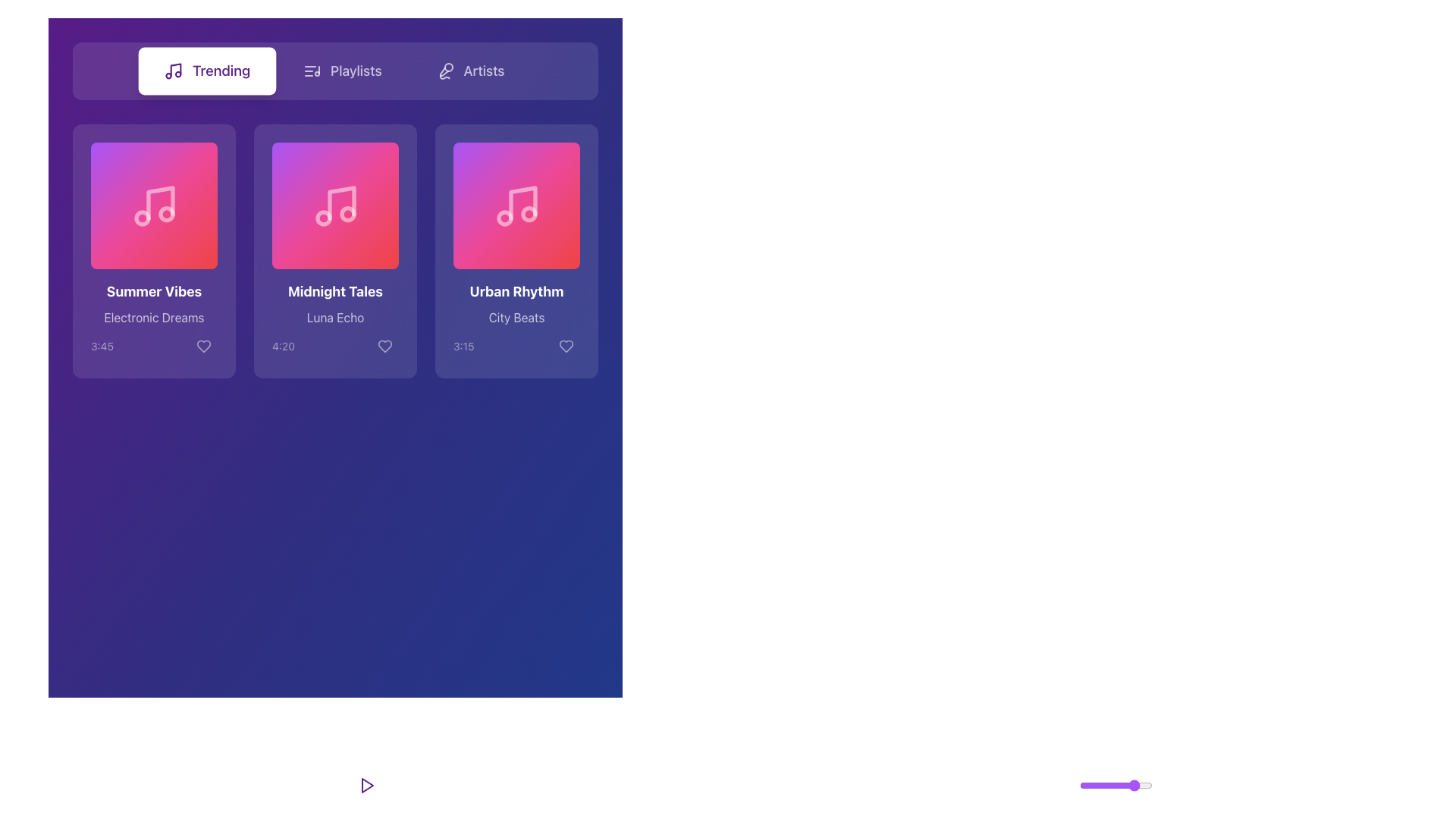  Describe the element at coordinates (340, 202) in the screenshot. I see `the musical piece icon located in the central component of the 'Midnight Tales' card, which is the second card in a horizontal row of three cards` at that location.